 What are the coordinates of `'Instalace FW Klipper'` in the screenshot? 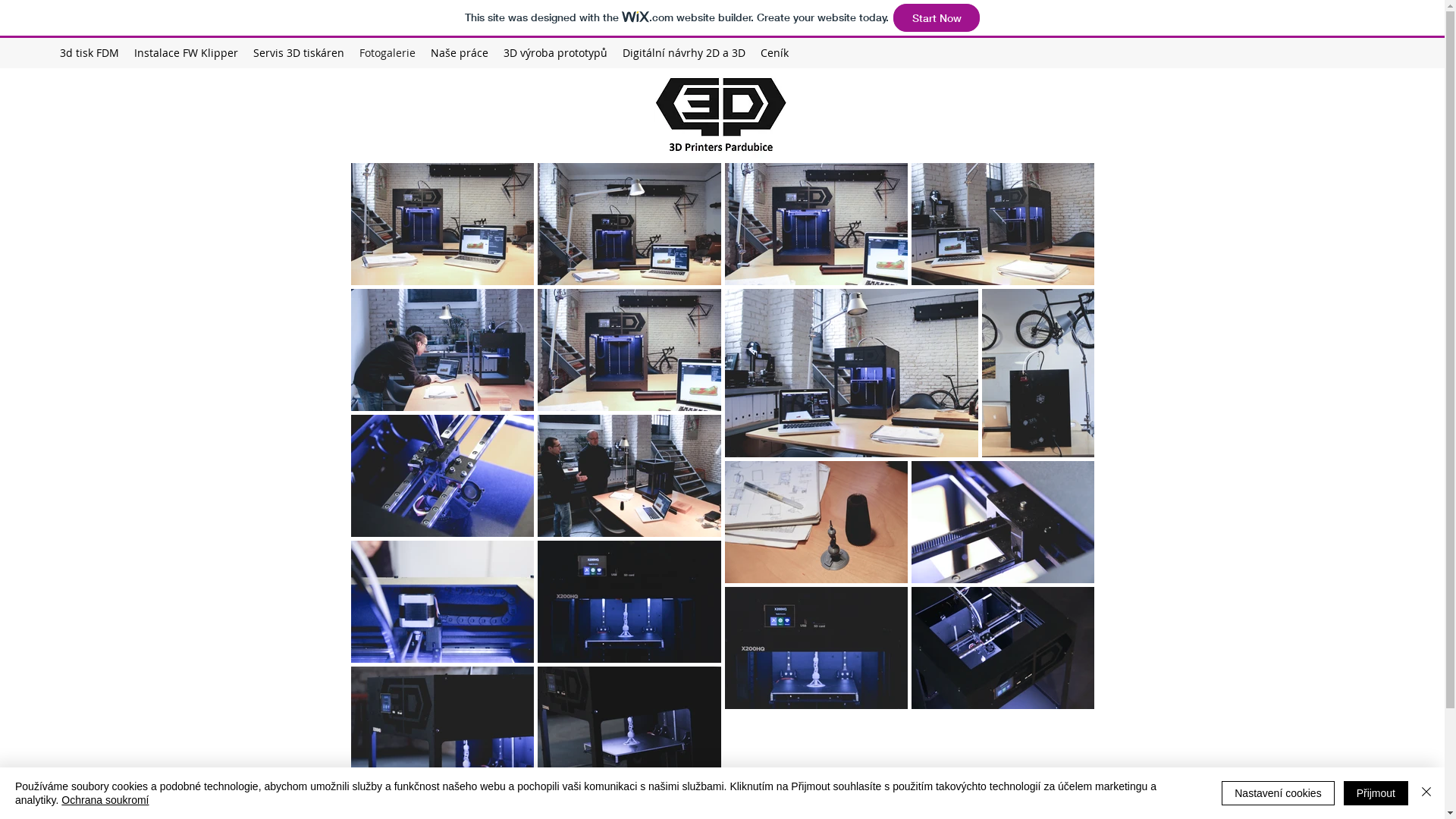 It's located at (185, 52).